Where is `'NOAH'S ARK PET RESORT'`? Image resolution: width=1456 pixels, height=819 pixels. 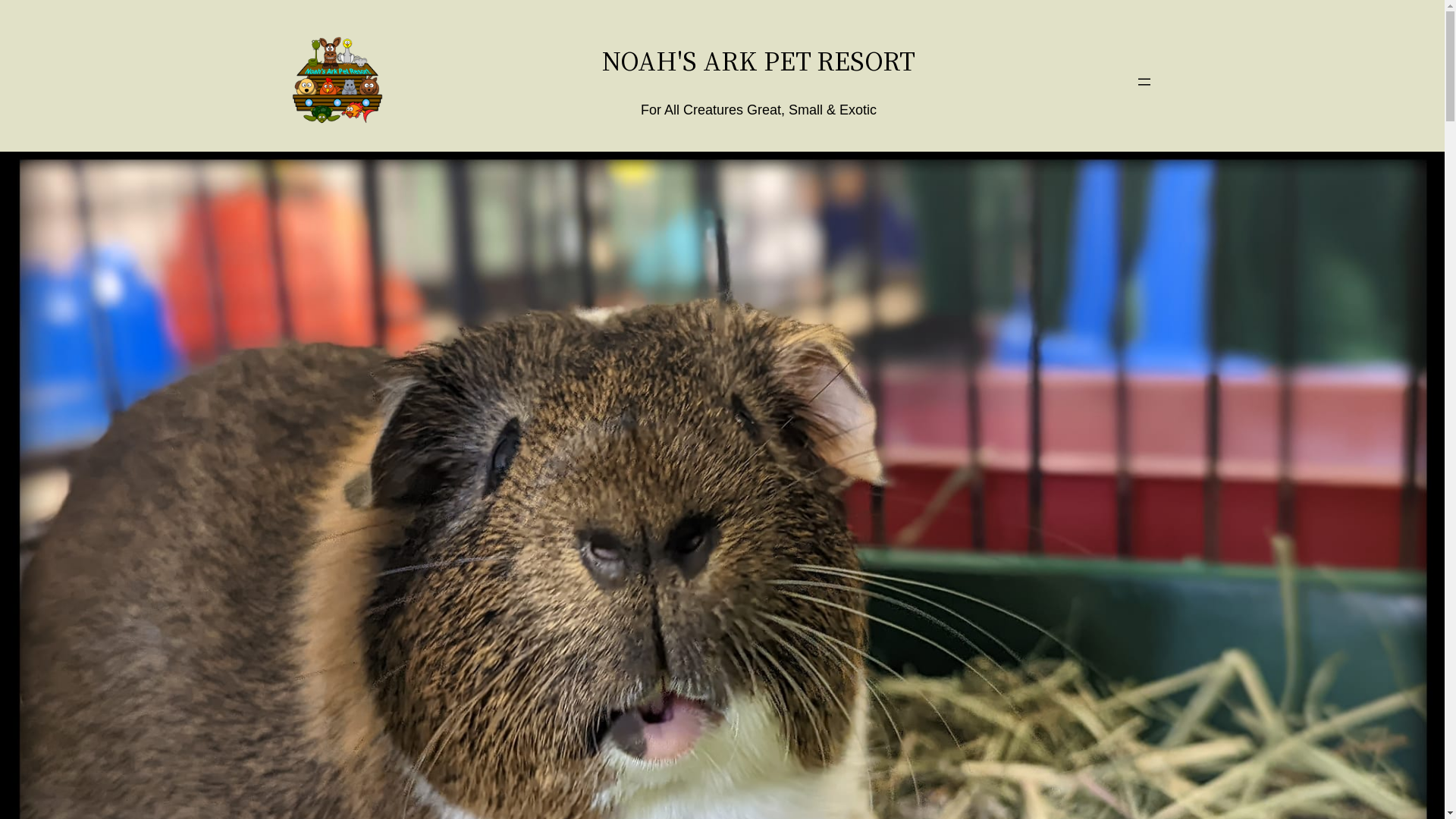
'NOAH'S ARK PET RESORT' is located at coordinates (758, 60).